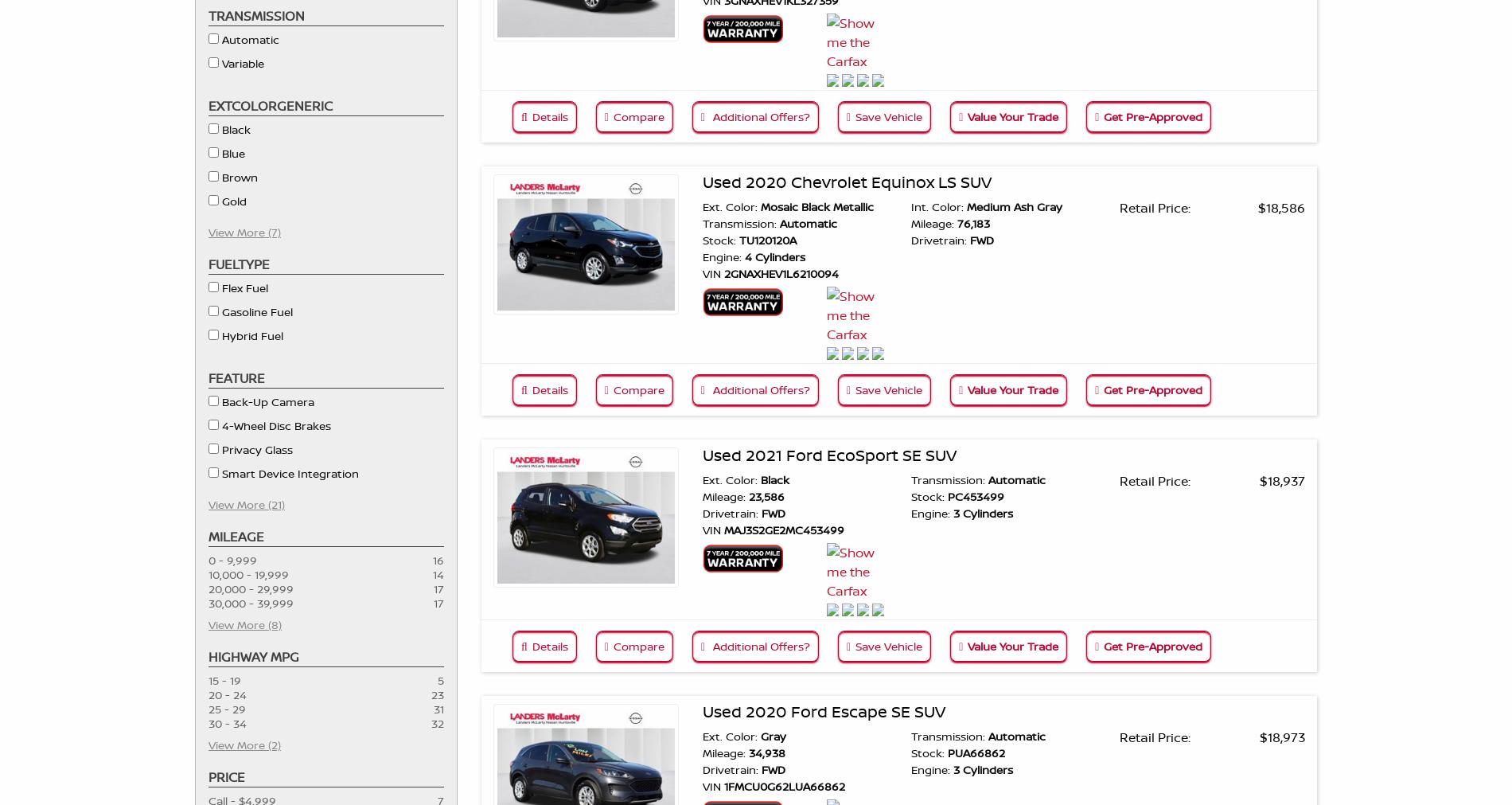 The width and height of the screenshot is (1512, 805). I want to click on 'Blue', so click(217, 152).